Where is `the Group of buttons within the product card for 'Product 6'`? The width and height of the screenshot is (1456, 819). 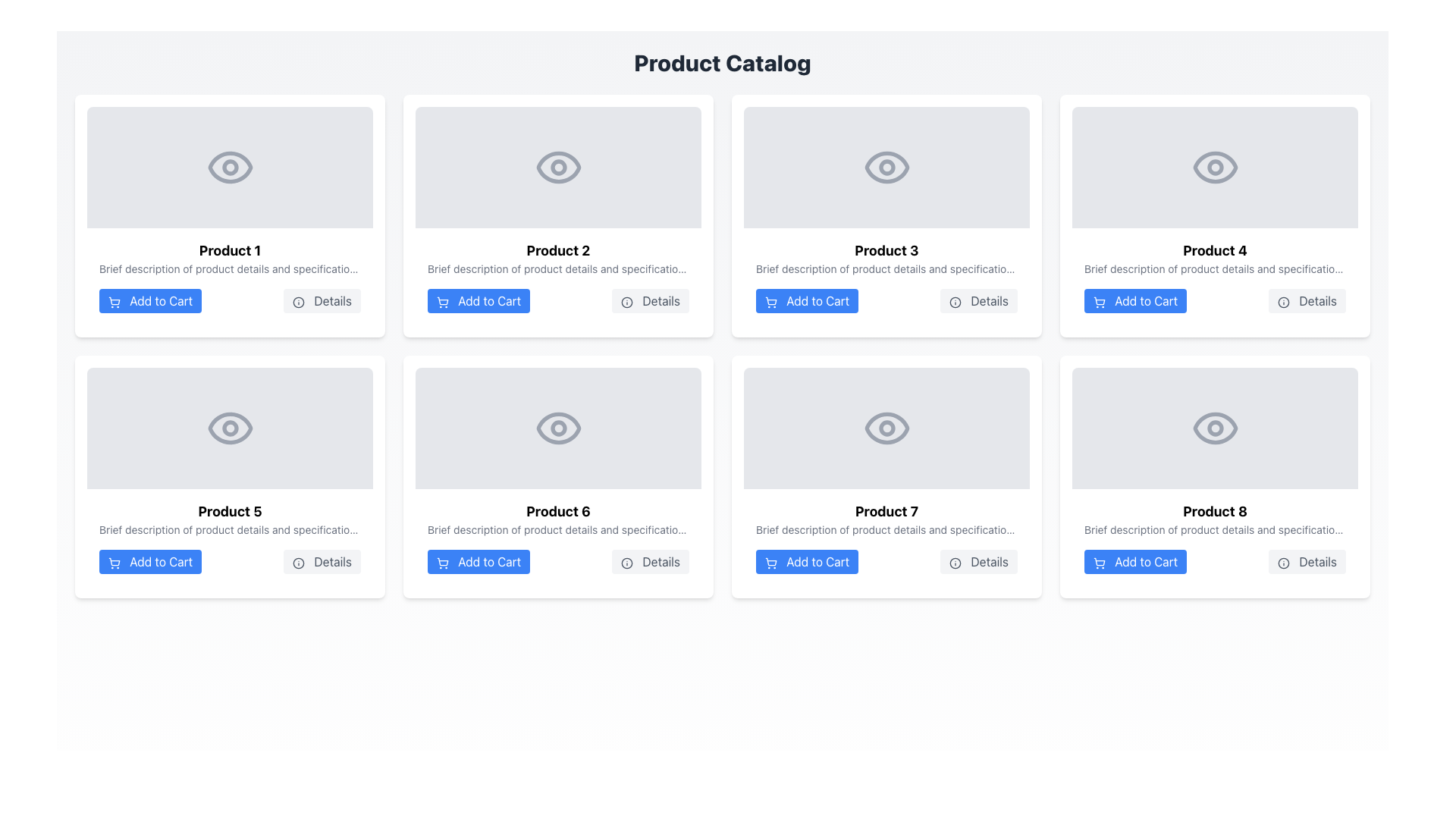 the Group of buttons within the product card for 'Product 6' is located at coordinates (557, 561).